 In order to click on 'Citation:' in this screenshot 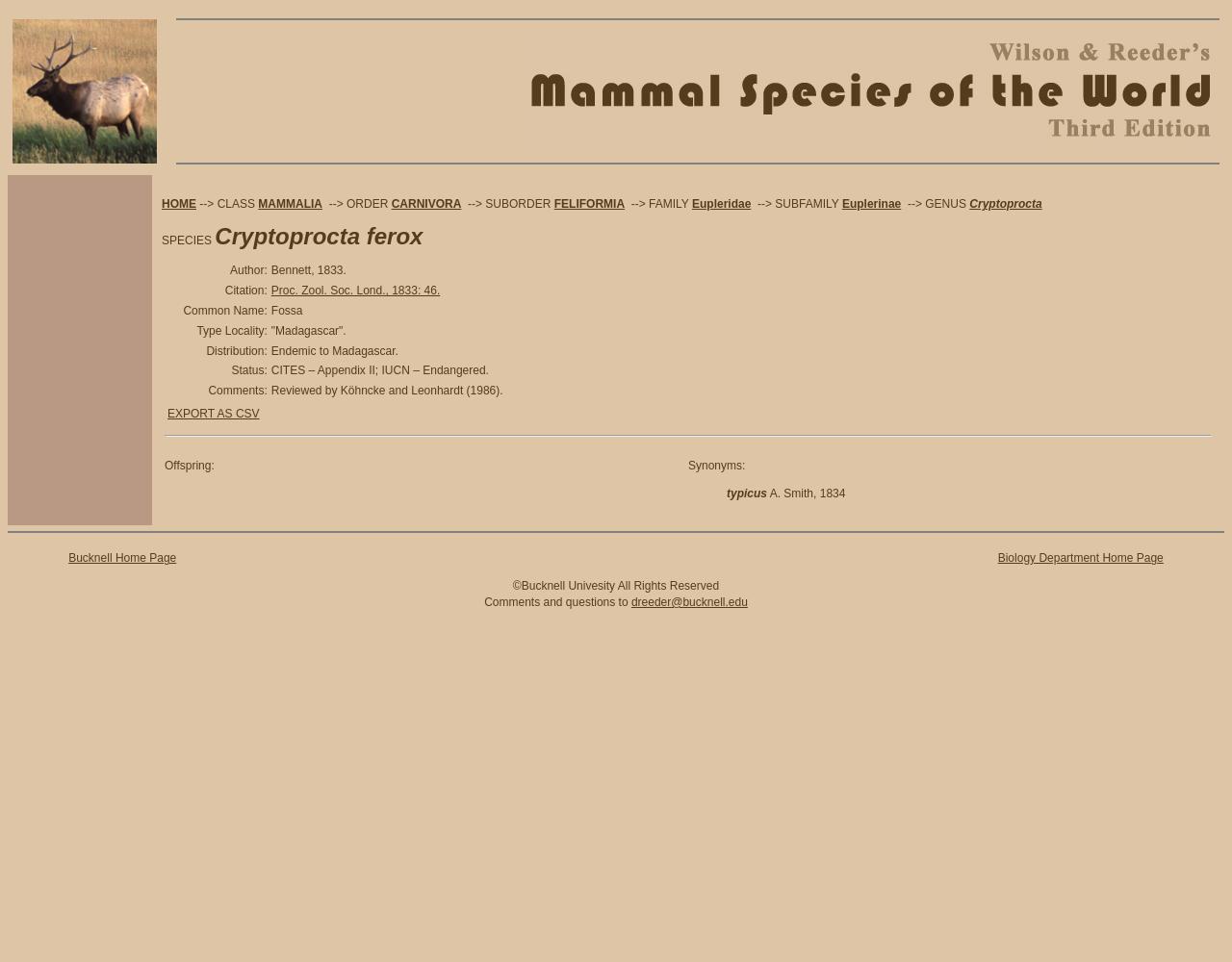, I will do `click(244, 291)`.